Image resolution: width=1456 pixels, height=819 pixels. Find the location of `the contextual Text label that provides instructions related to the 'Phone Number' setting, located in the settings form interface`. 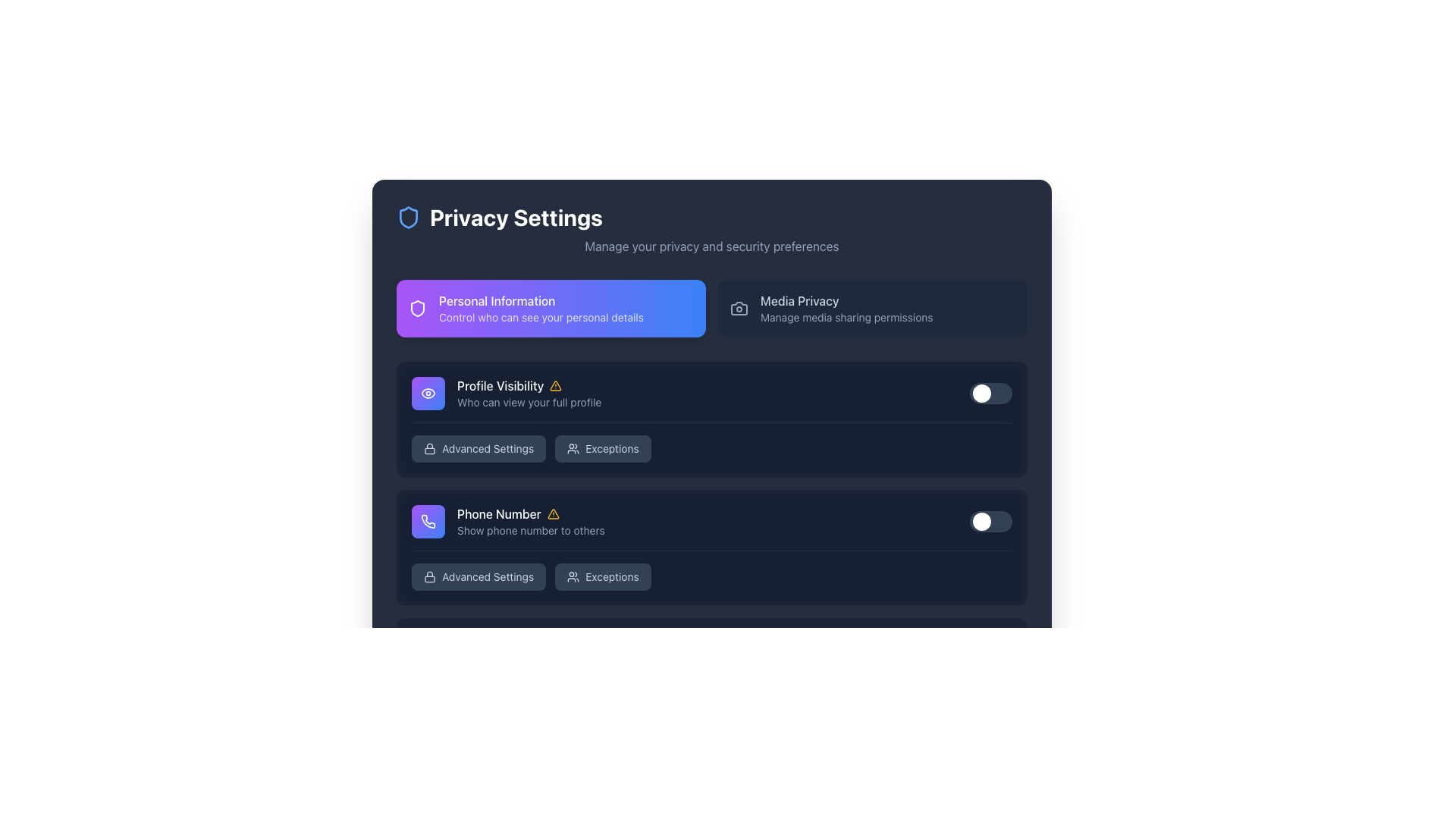

the contextual Text label that provides instructions related to the 'Phone Number' setting, located in the settings form interface is located at coordinates (531, 529).